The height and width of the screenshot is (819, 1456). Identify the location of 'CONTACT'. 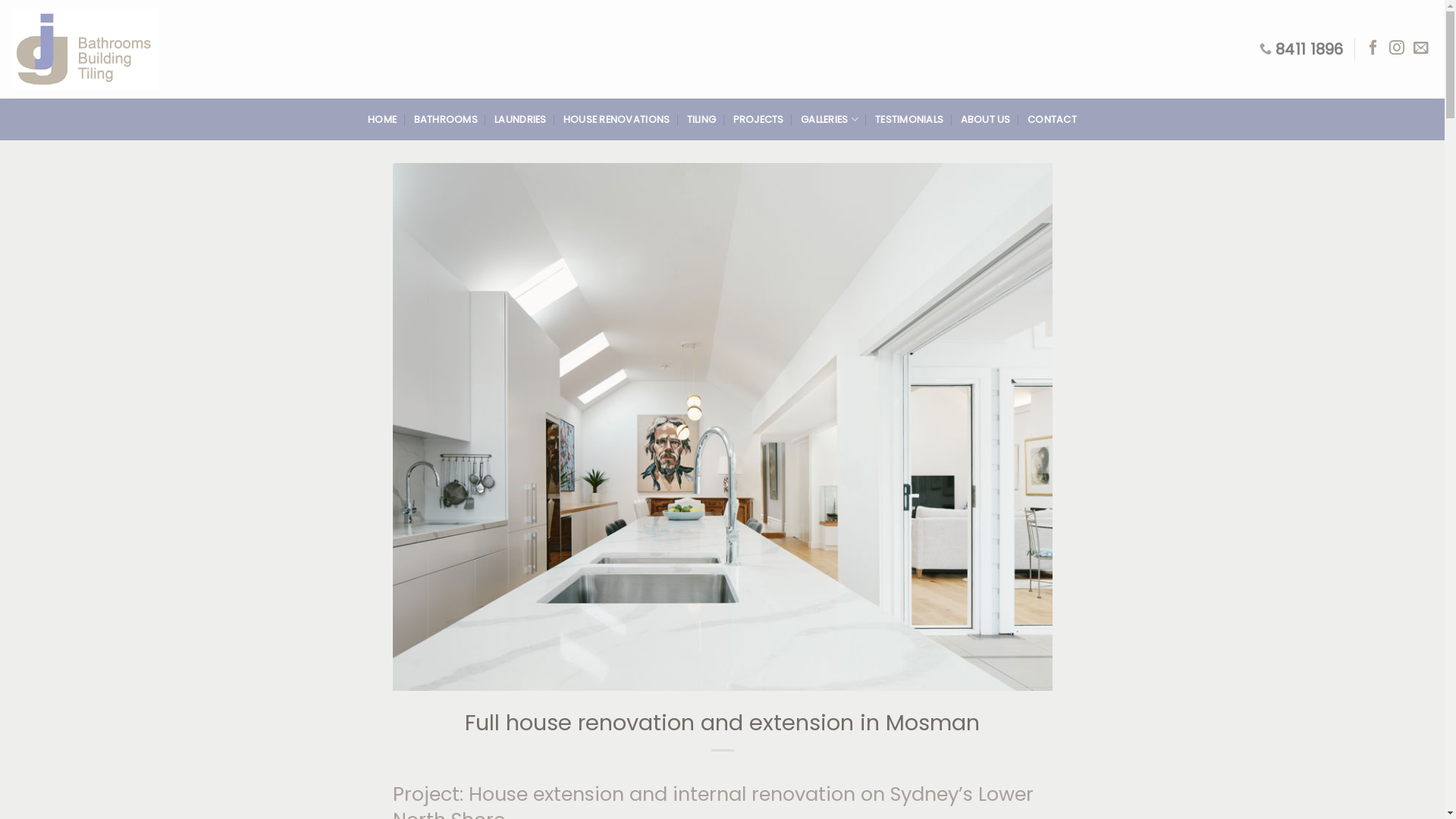
(1027, 119).